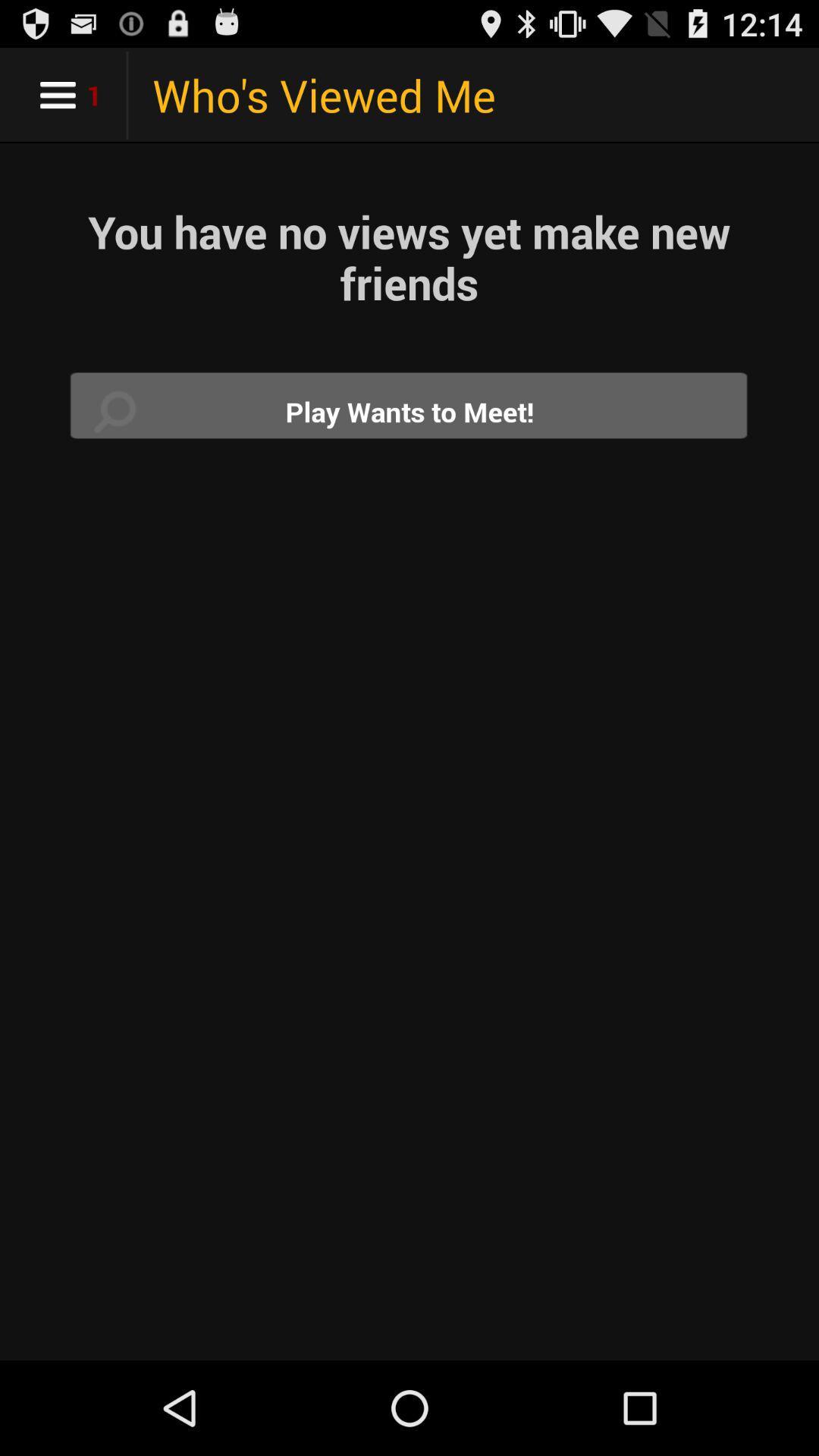 The image size is (819, 1456). What do you see at coordinates (409, 411) in the screenshot?
I see `search option` at bounding box center [409, 411].